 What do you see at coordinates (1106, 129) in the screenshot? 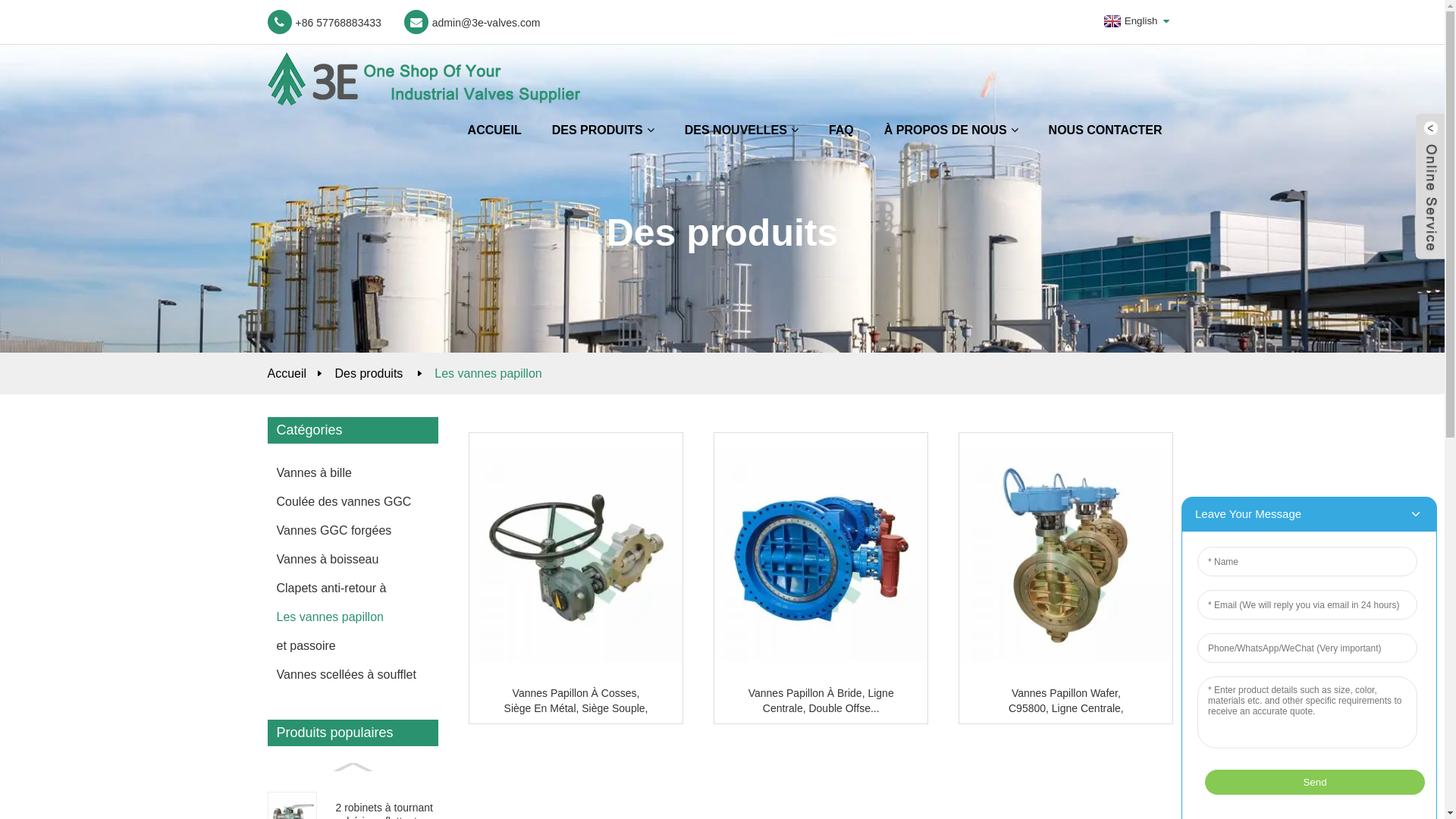
I see `'NOUS CONTACTER'` at bounding box center [1106, 129].